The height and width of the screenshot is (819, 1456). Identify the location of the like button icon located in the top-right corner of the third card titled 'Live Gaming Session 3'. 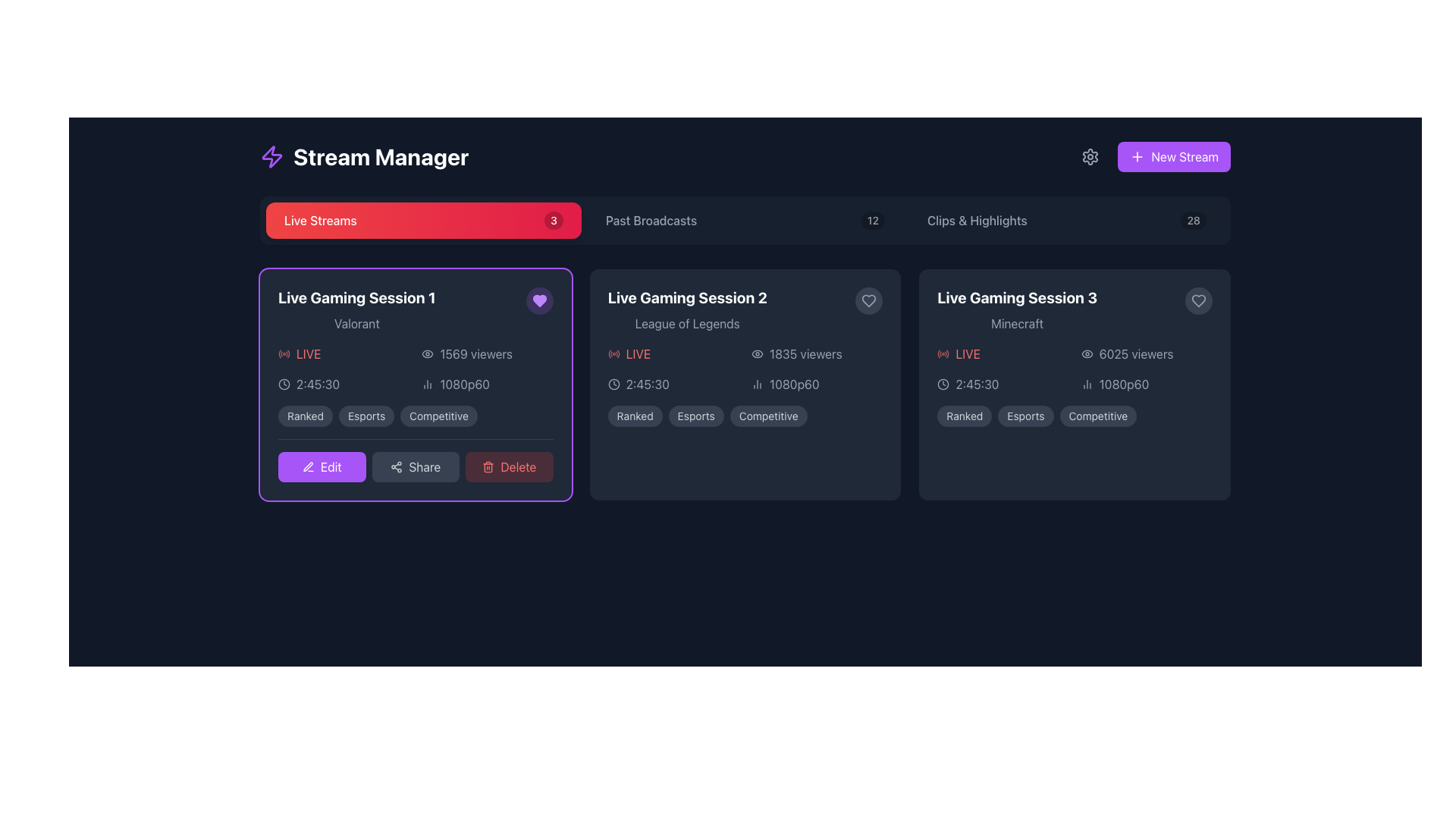
(869, 301).